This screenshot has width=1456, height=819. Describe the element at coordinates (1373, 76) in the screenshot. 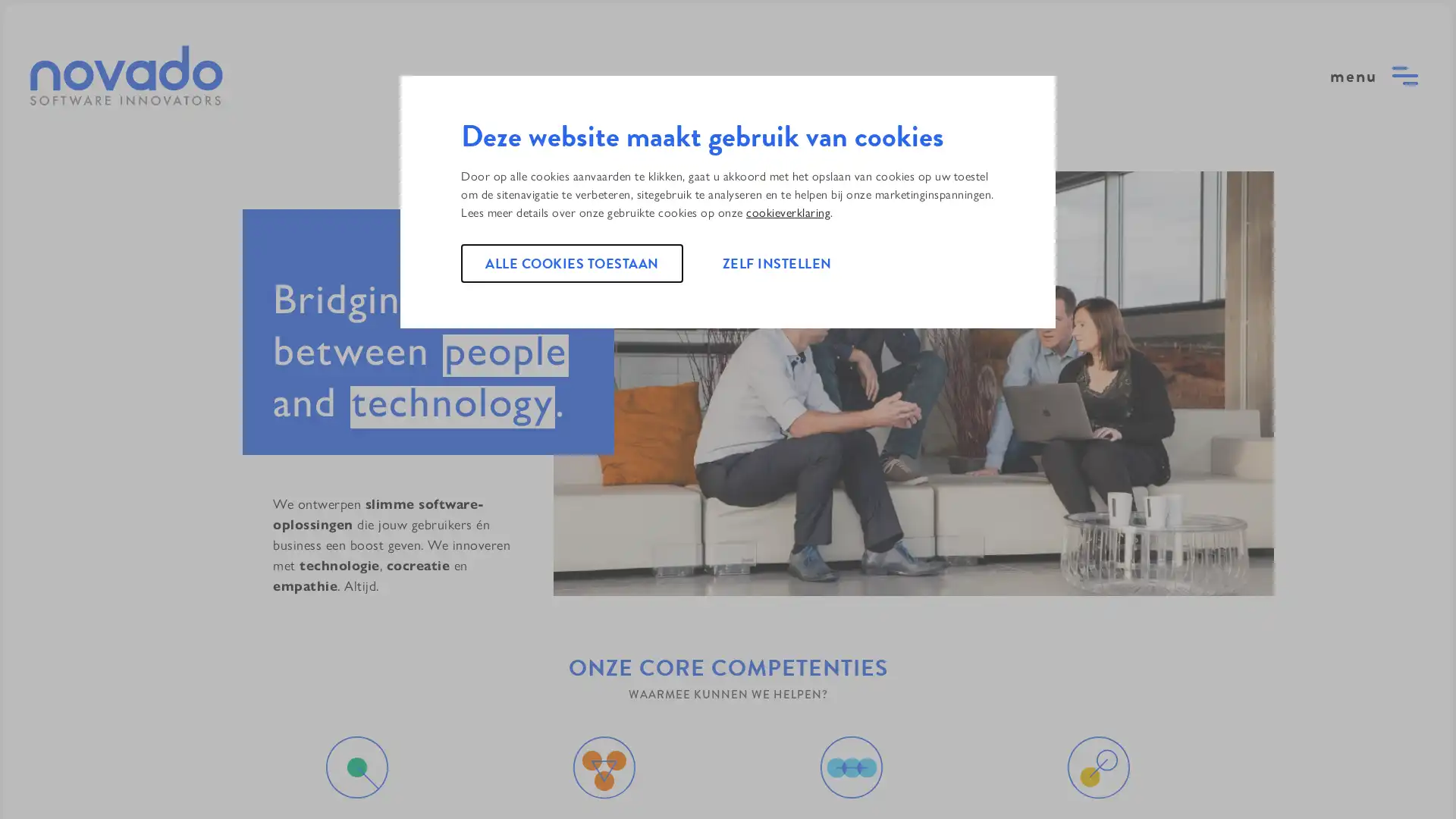

I see `open menu` at that location.